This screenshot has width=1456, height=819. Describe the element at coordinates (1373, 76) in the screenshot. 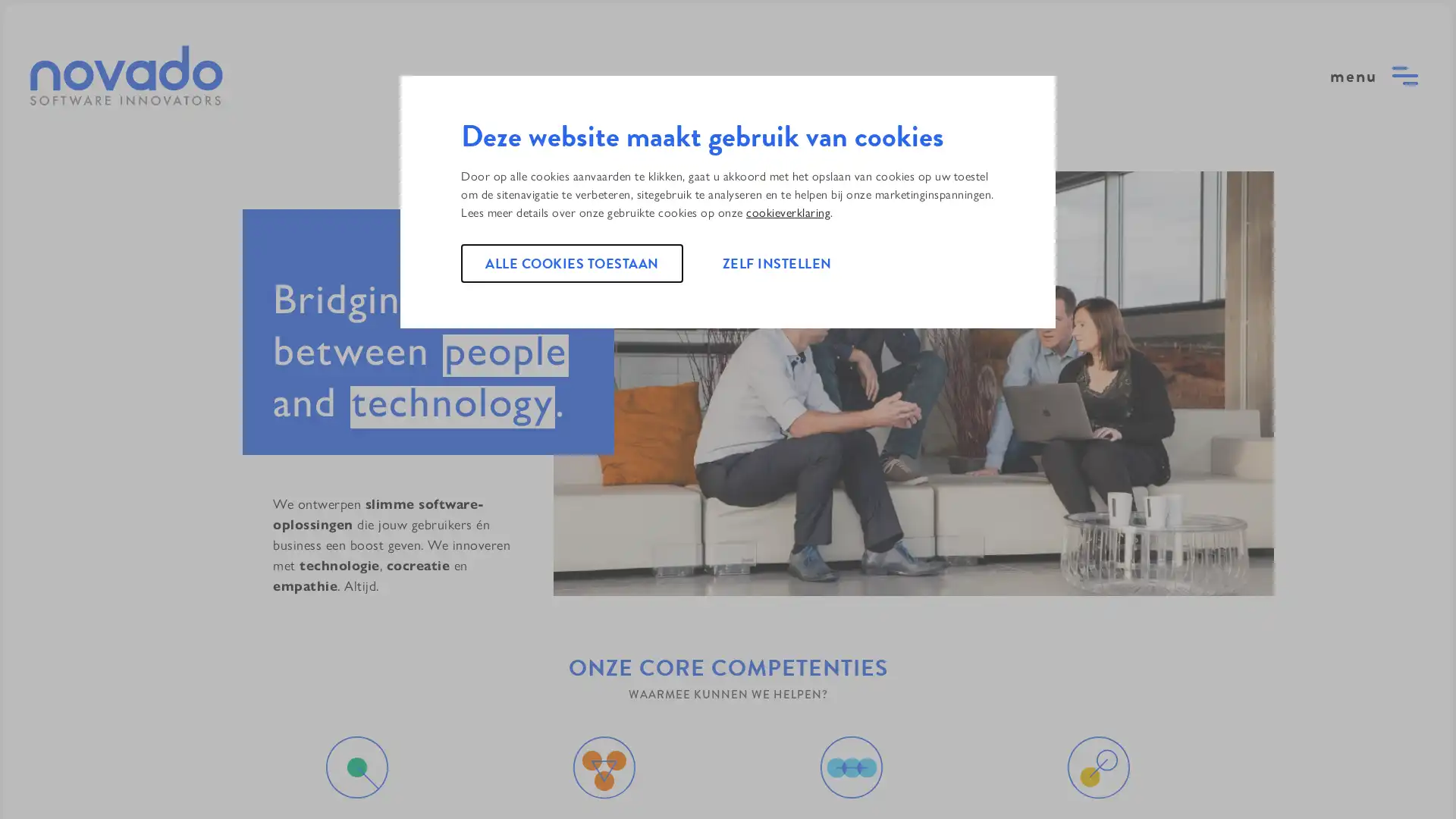

I see `open menu` at that location.